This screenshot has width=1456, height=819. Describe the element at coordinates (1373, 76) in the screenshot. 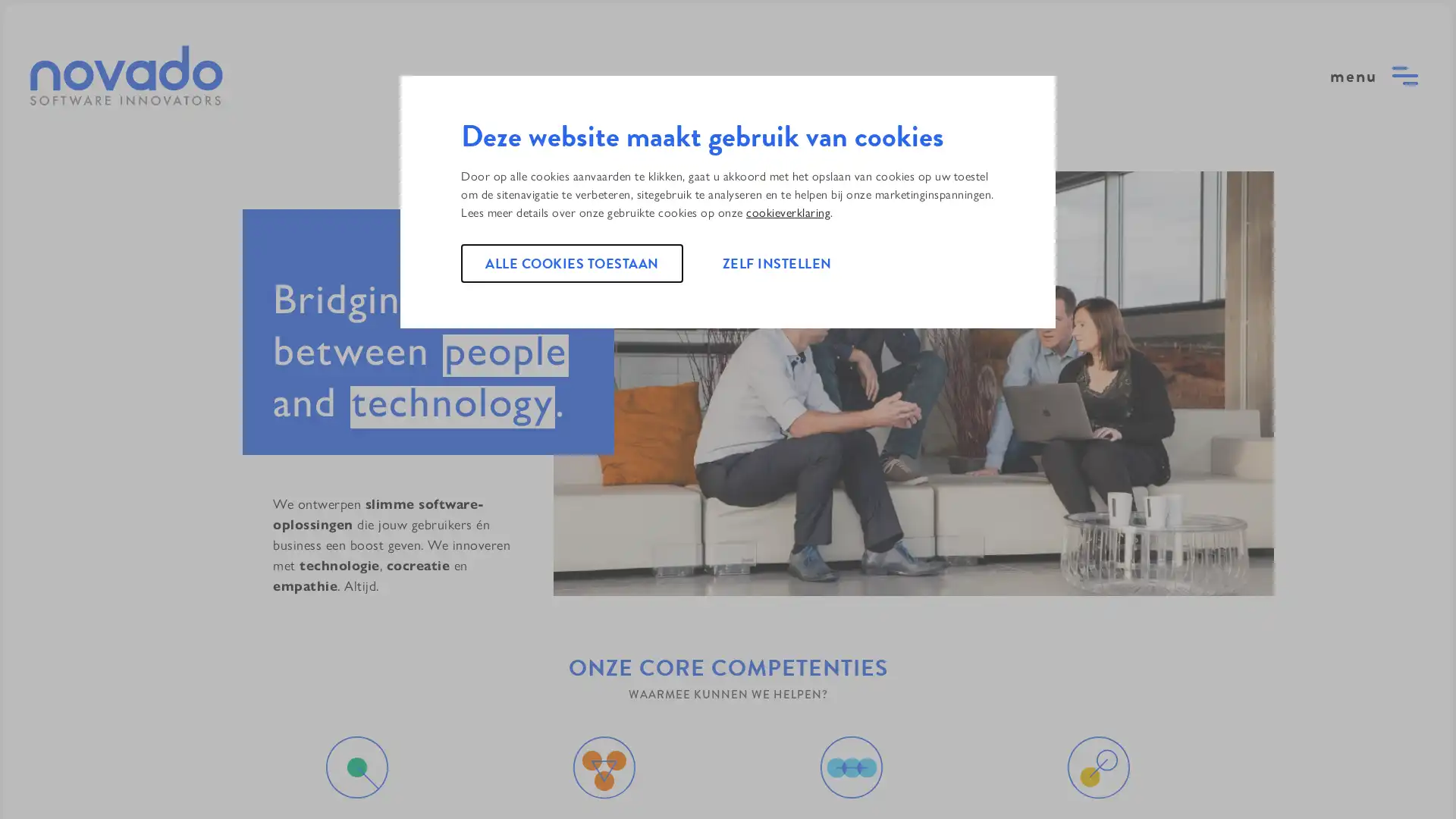

I see `open menu` at that location.